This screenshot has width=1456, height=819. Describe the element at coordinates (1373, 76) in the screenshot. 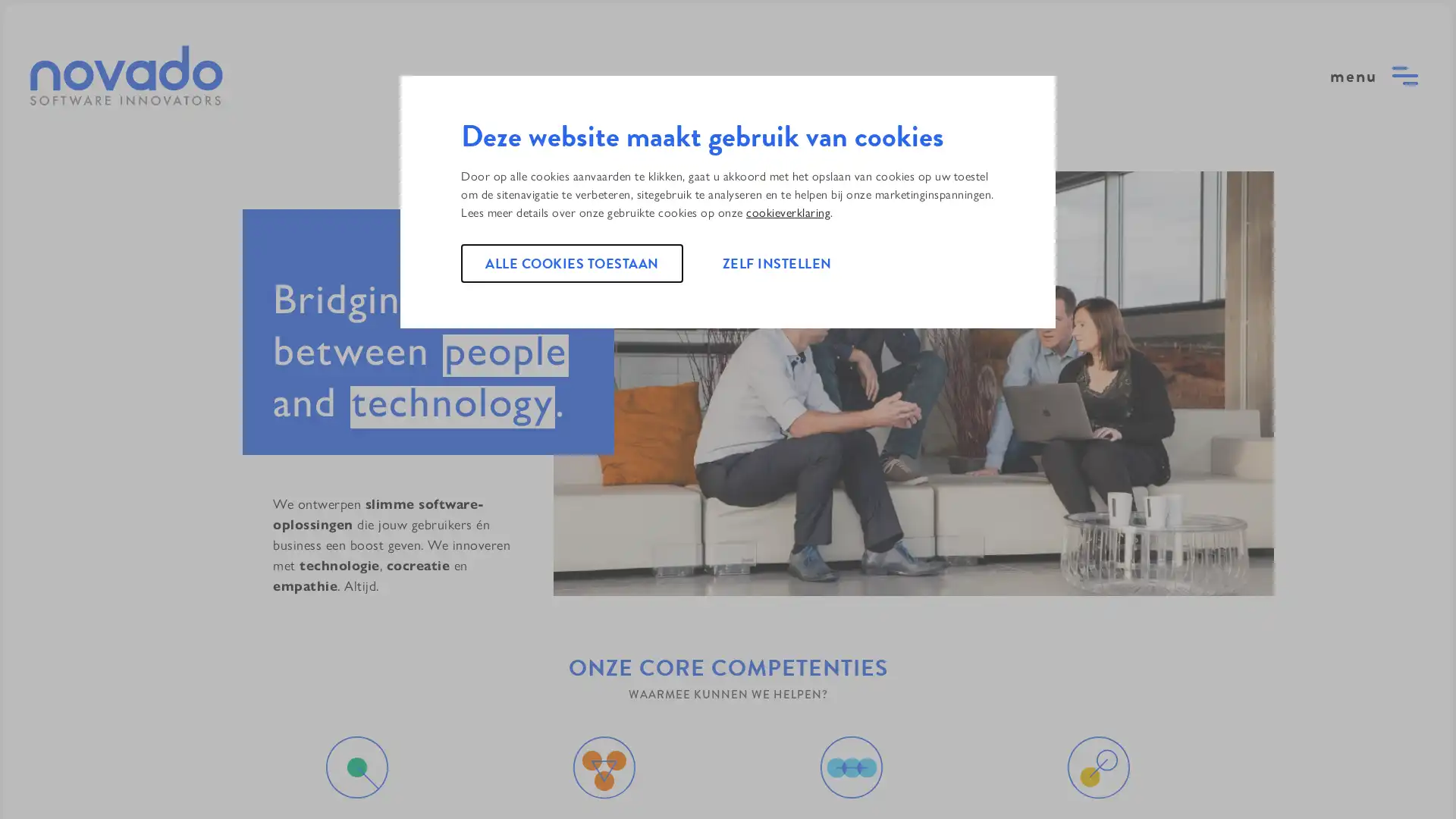

I see `open menu` at that location.